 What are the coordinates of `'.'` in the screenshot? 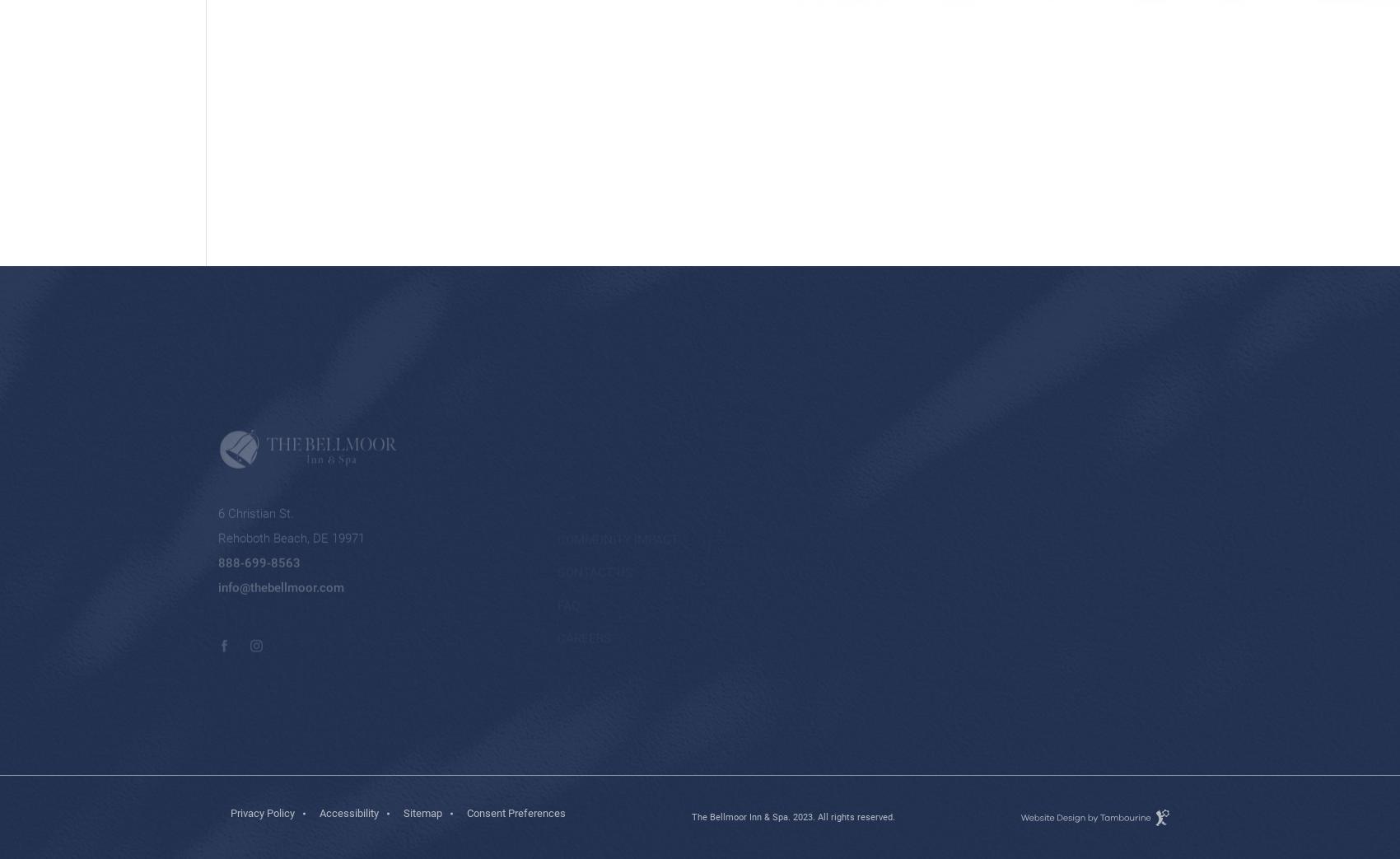 It's located at (1038, 623).